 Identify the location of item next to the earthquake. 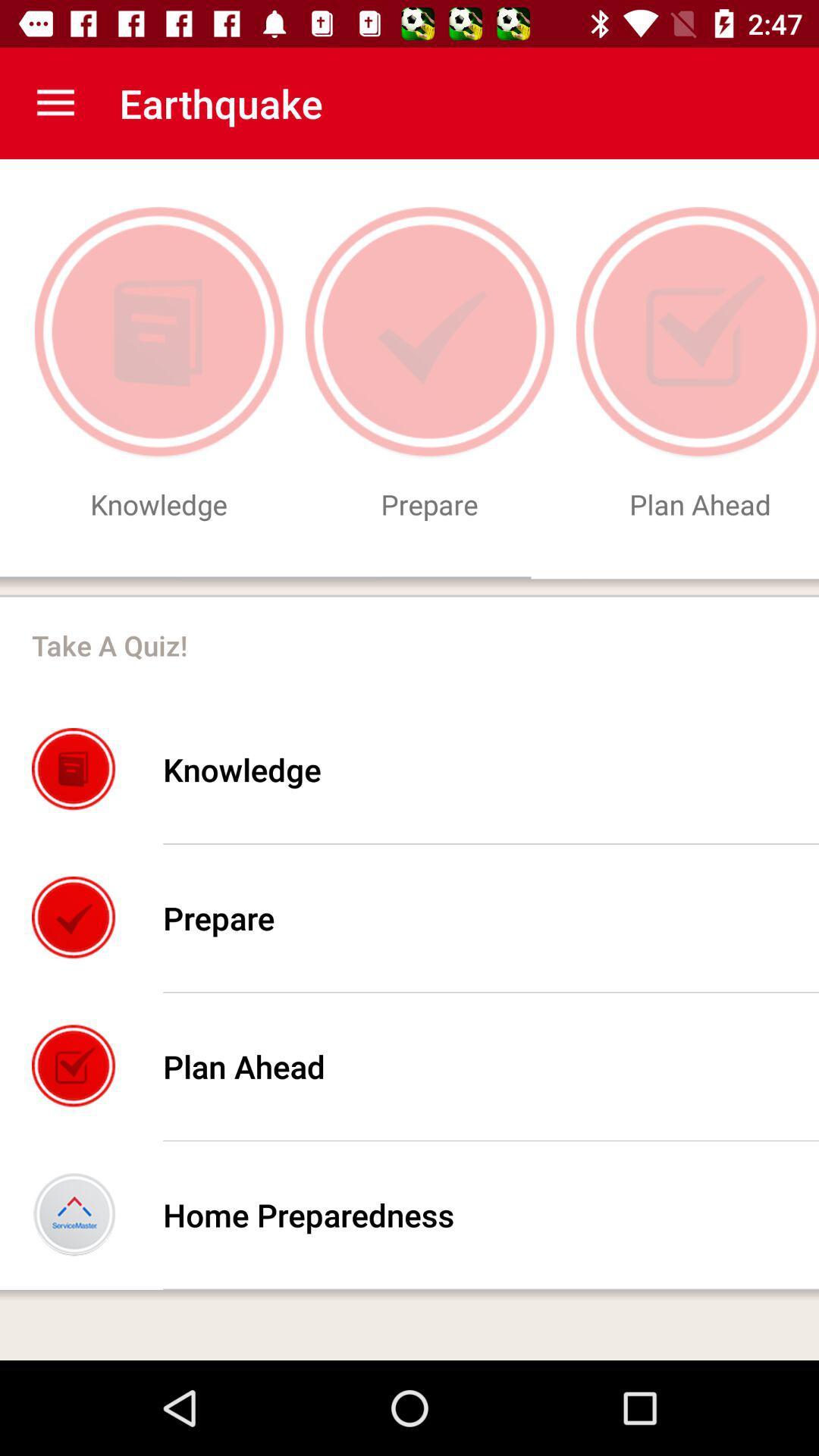
(55, 102).